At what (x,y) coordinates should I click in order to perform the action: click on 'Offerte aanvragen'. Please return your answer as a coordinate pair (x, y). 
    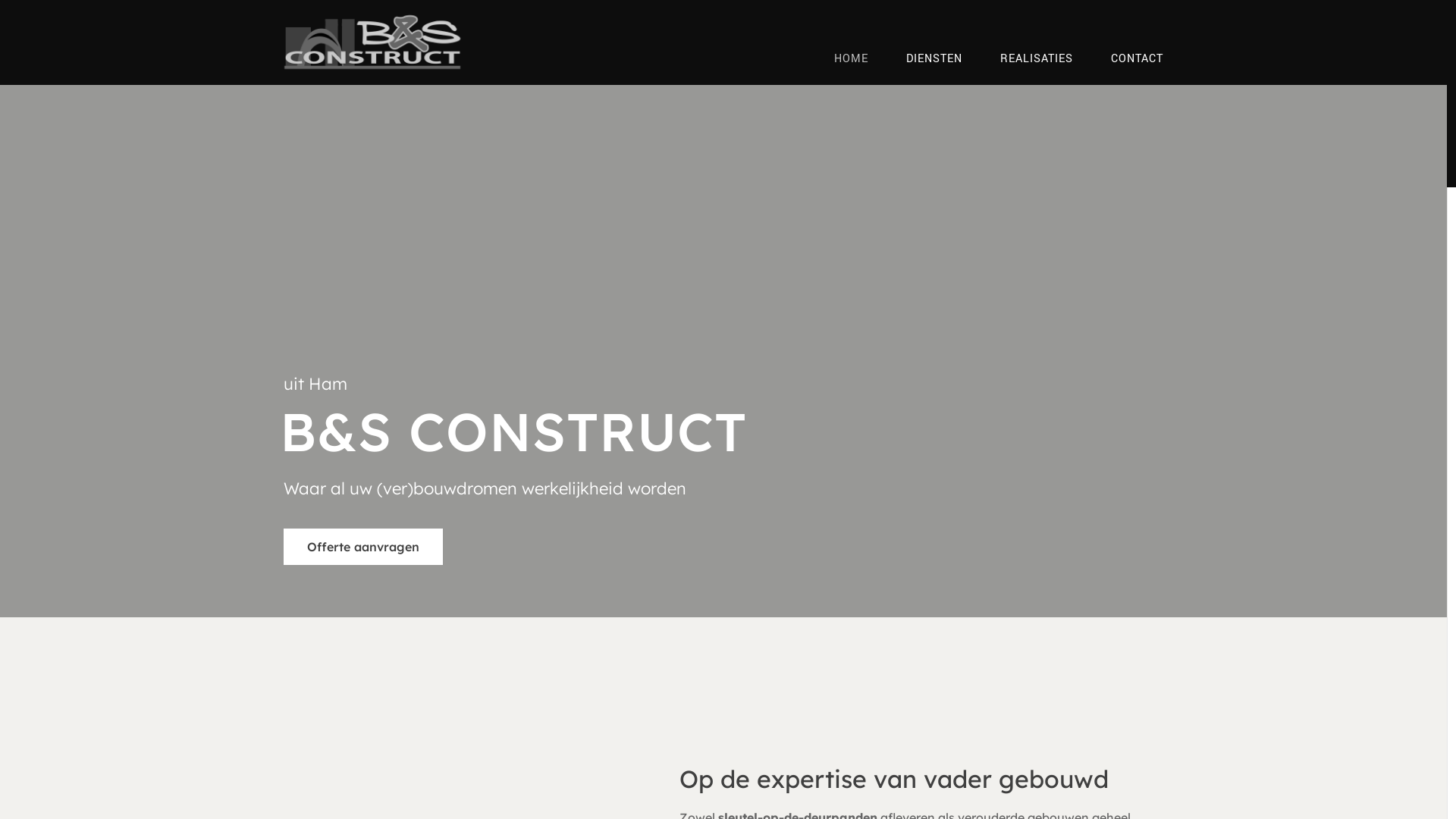
    Looking at the image, I should click on (362, 547).